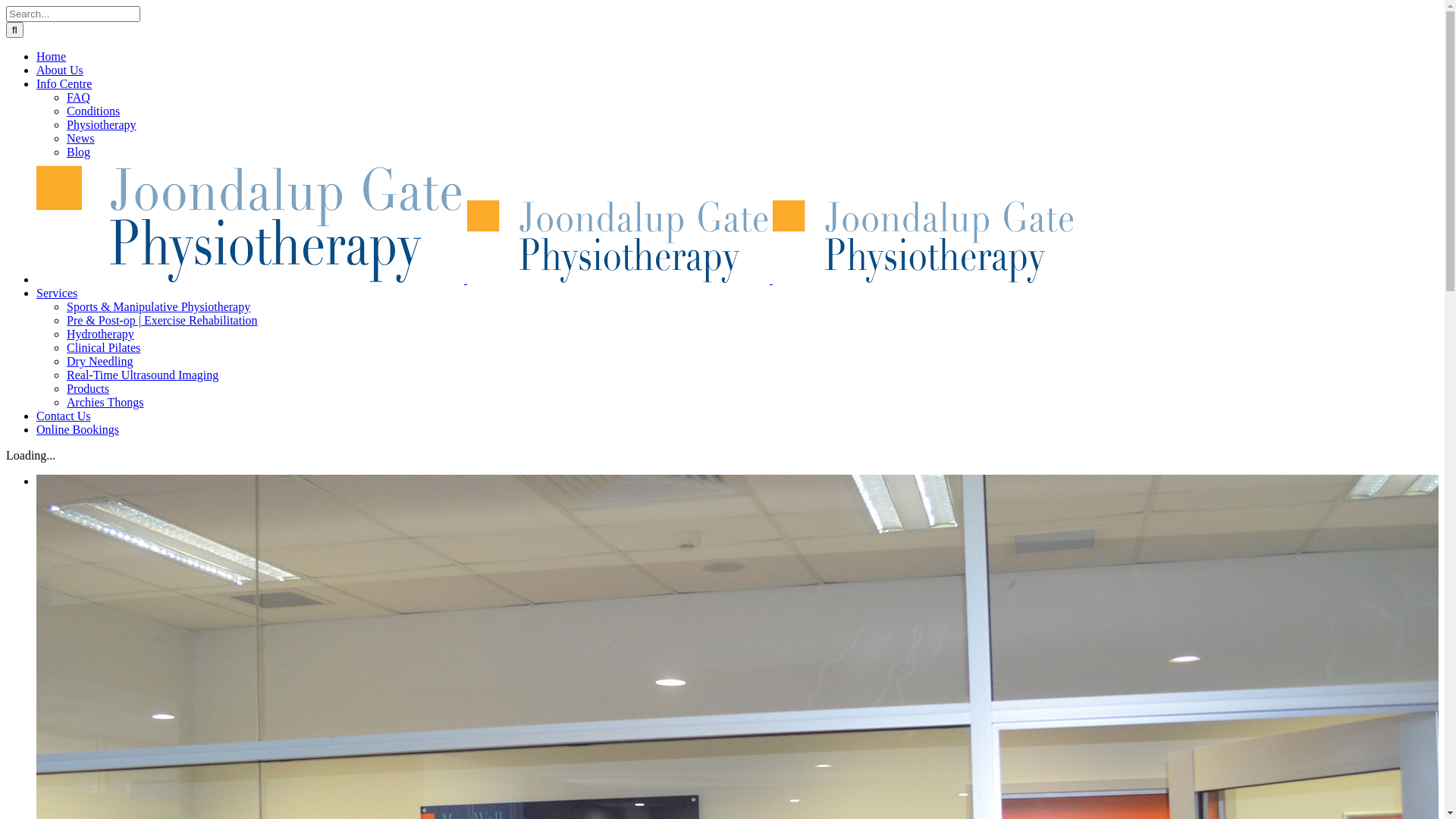 Image resolution: width=1456 pixels, height=819 pixels. Describe the element at coordinates (86, 388) in the screenshot. I see `'Products'` at that location.